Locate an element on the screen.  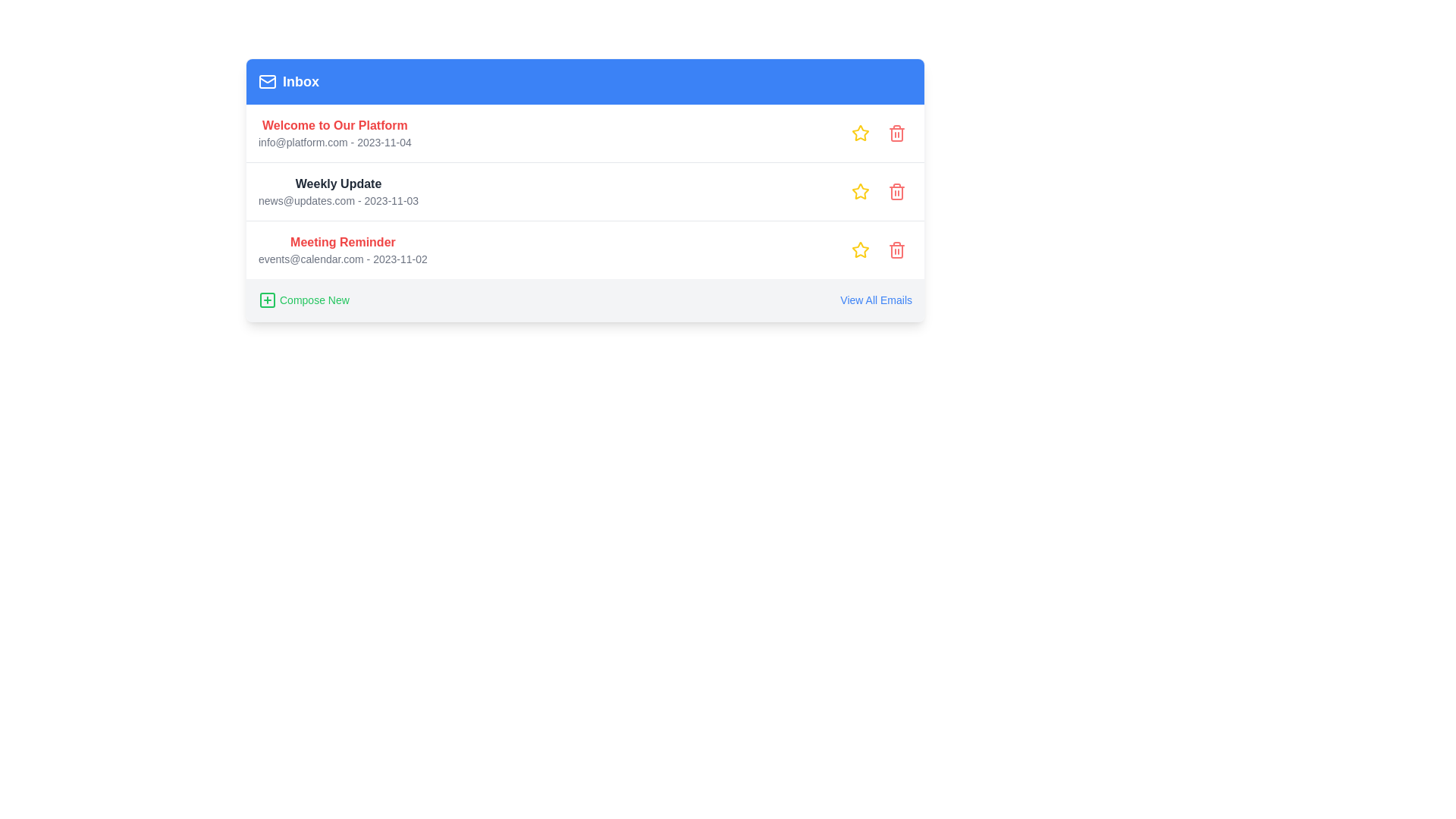
the Interactive icon is located at coordinates (860, 191).